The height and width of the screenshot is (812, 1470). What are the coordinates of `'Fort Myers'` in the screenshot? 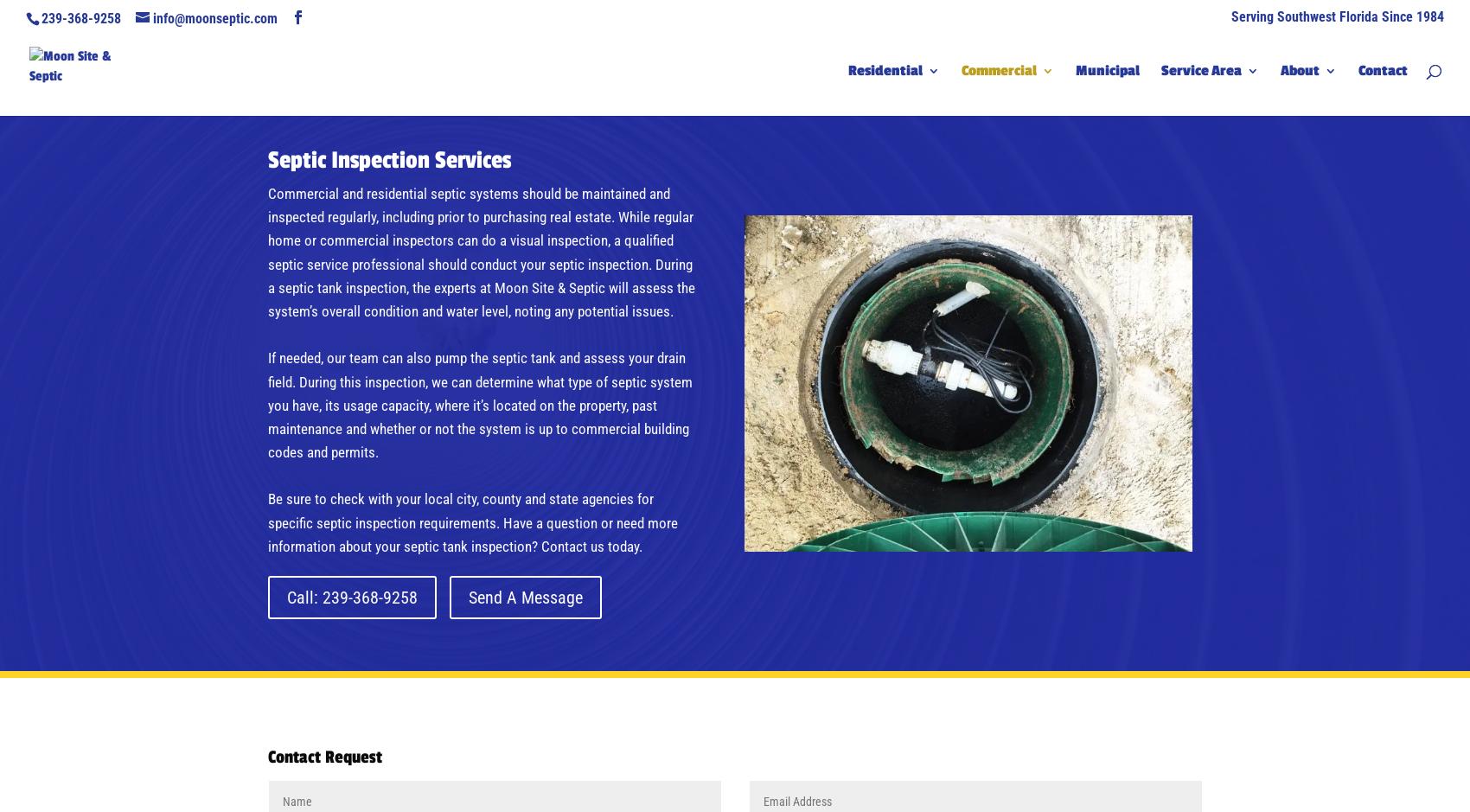 It's located at (1230, 153).